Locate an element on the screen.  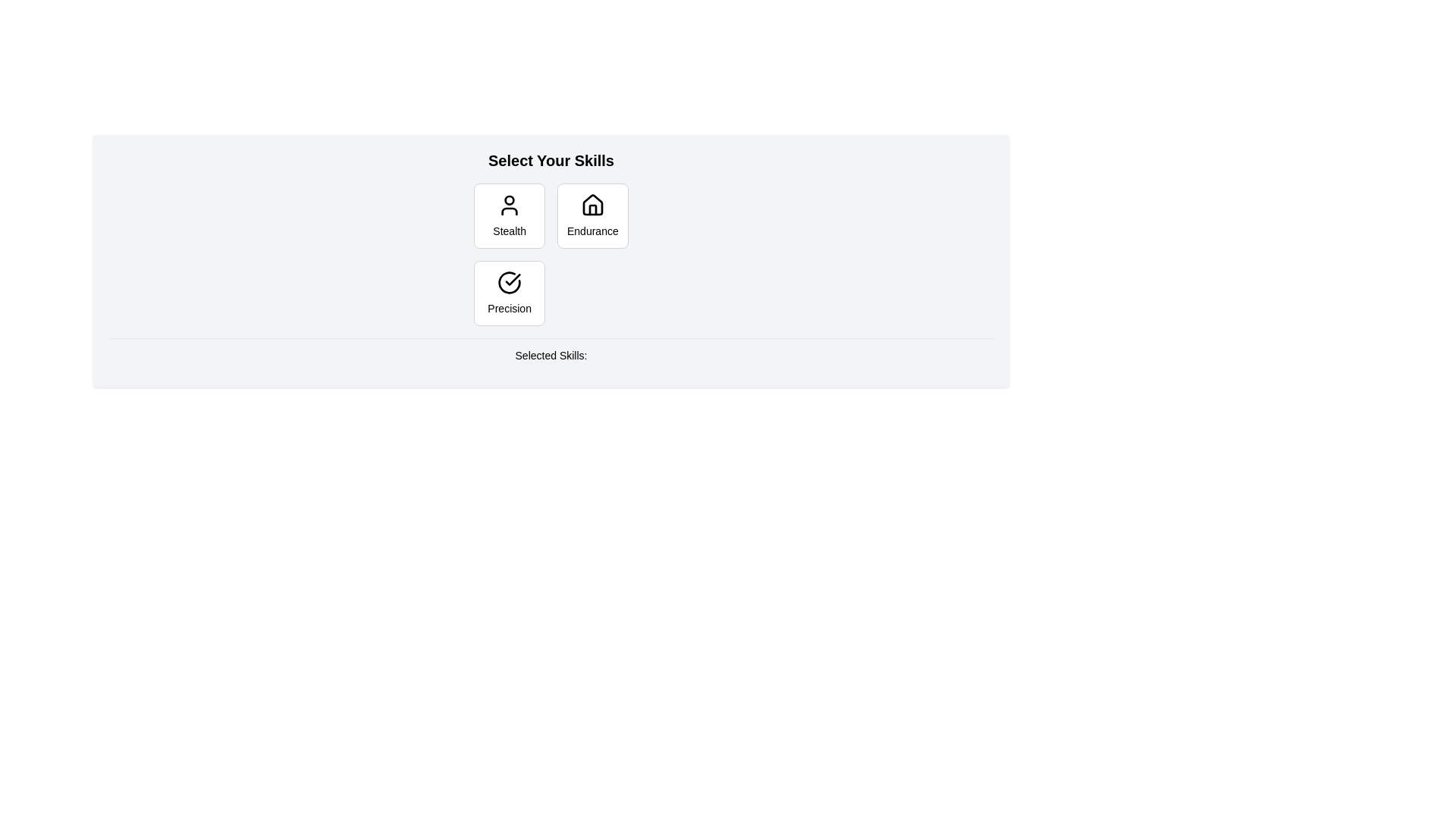
the text label that displays 'Selected Skills:' positioned at the bottom of the user interface, directly beneath the skills selection section is located at coordinates (550, 355).